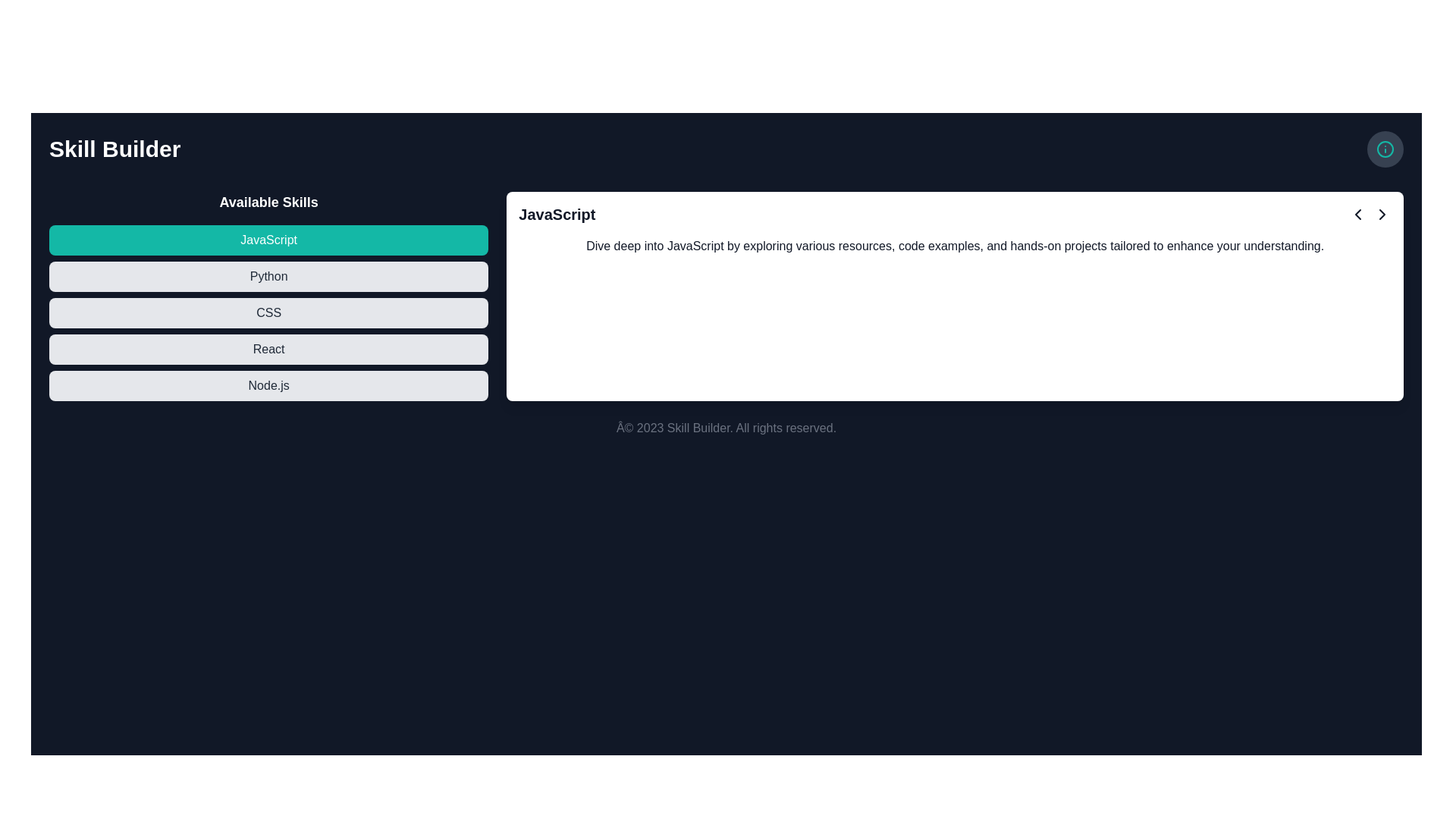 The image size is (1456, 819). I want to click on the fourth selectable button under 'Available Skills' to select and confirm the choice for the 'React' skill, so click(268, 350).